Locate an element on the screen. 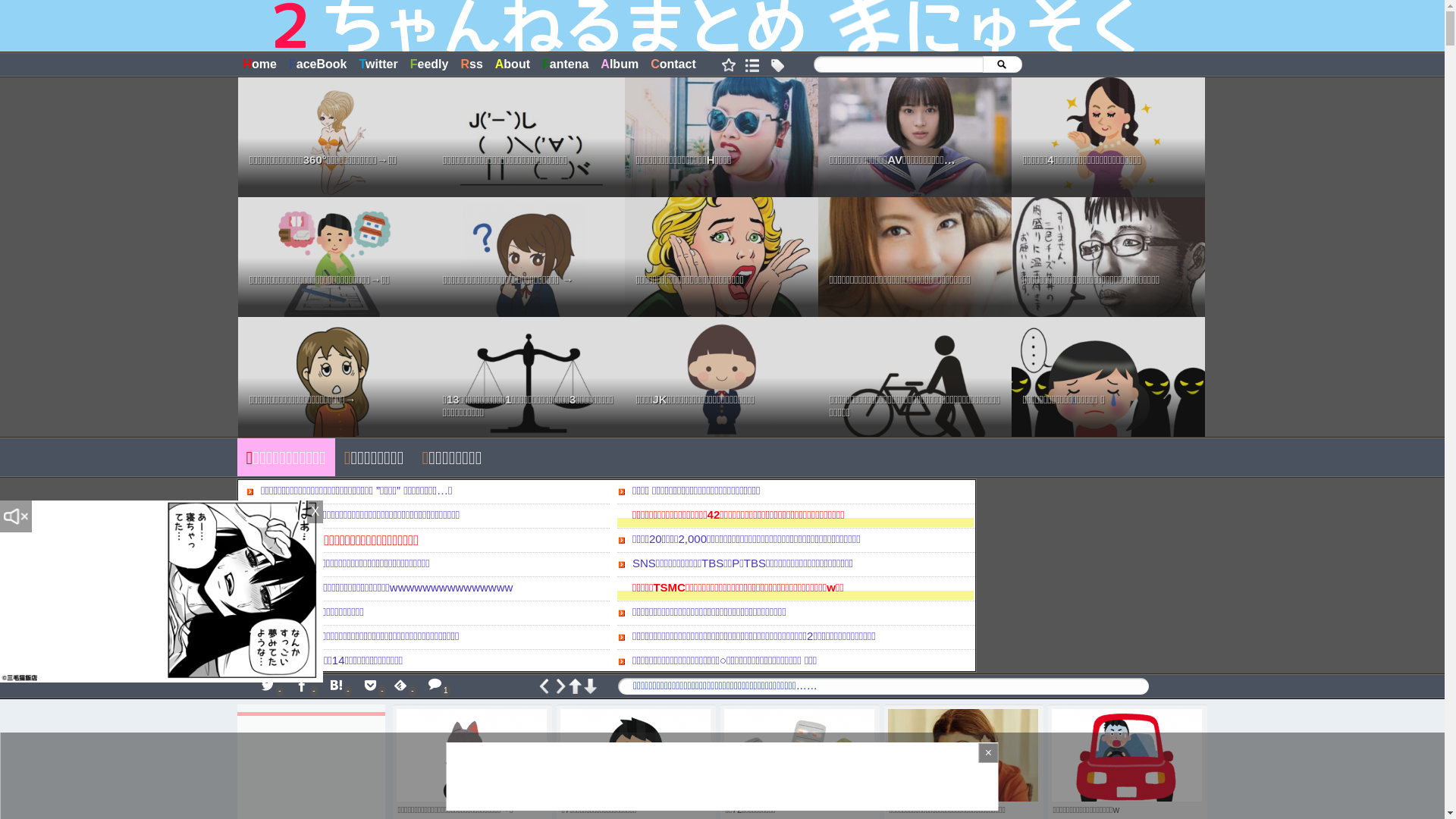 This screenshot has height=819, width=1456. 'Fantena' is located at coordinates (564, 63).